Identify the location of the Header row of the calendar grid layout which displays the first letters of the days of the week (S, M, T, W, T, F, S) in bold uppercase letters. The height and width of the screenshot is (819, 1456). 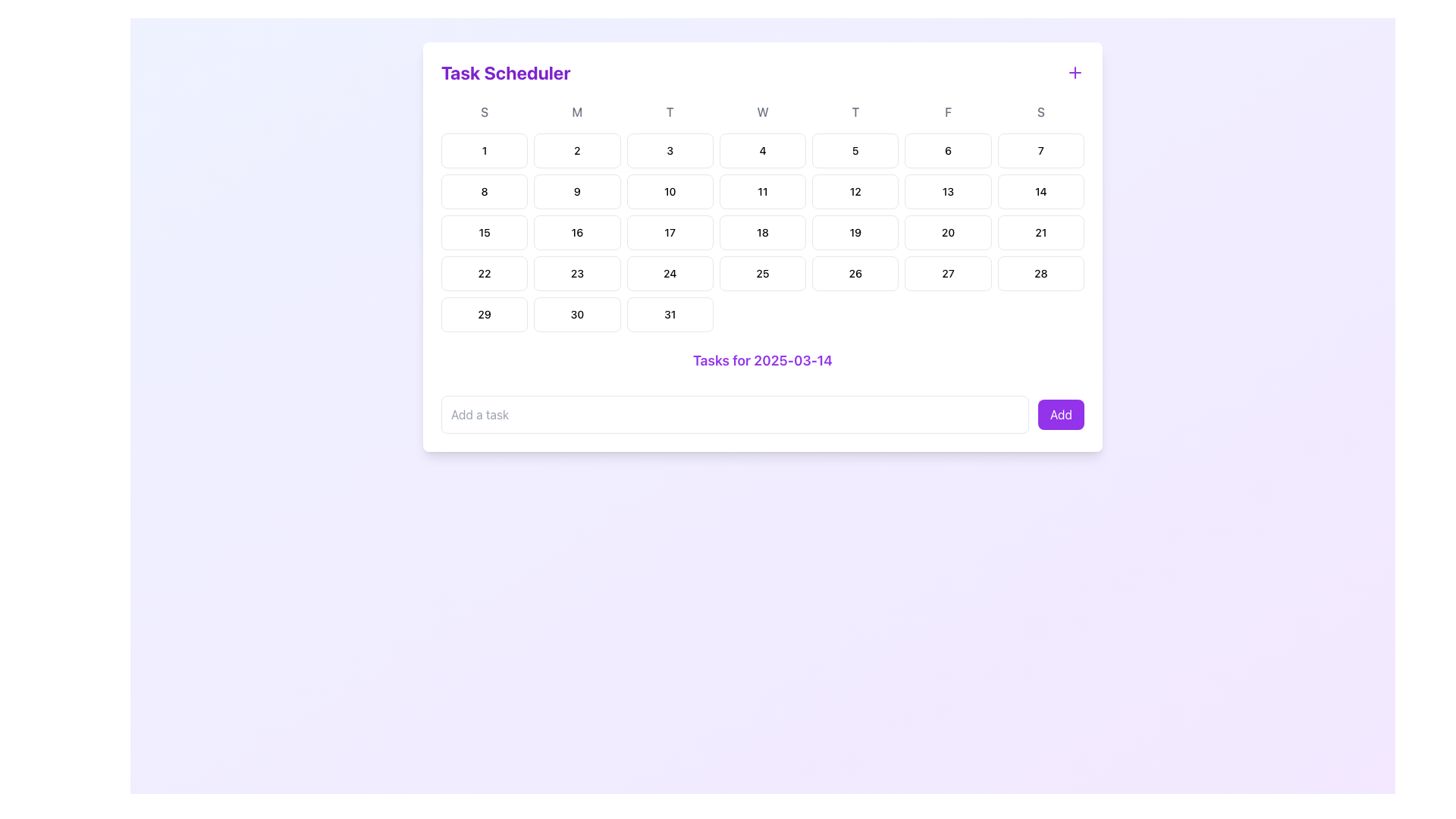
(763, 111).